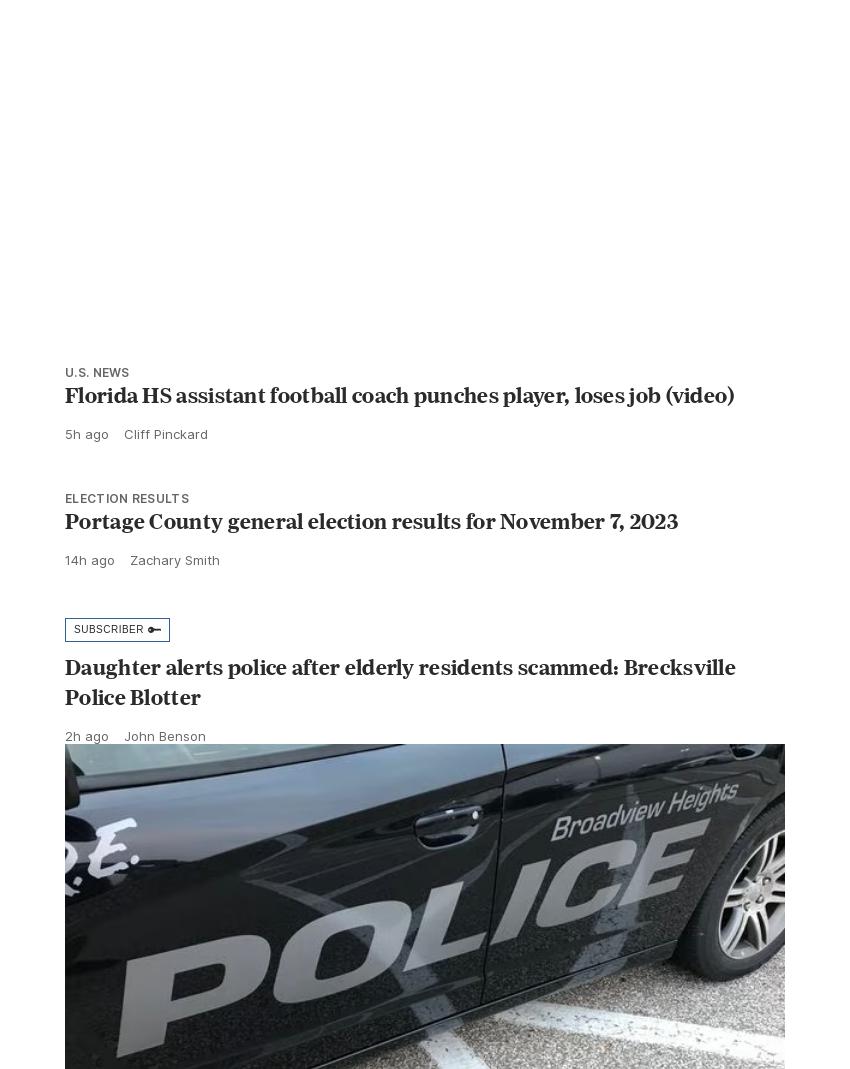  I want to click on 'Daughter alerts police after elderly residents scammed: Brecksville Police Blotter', so click(400, 724).